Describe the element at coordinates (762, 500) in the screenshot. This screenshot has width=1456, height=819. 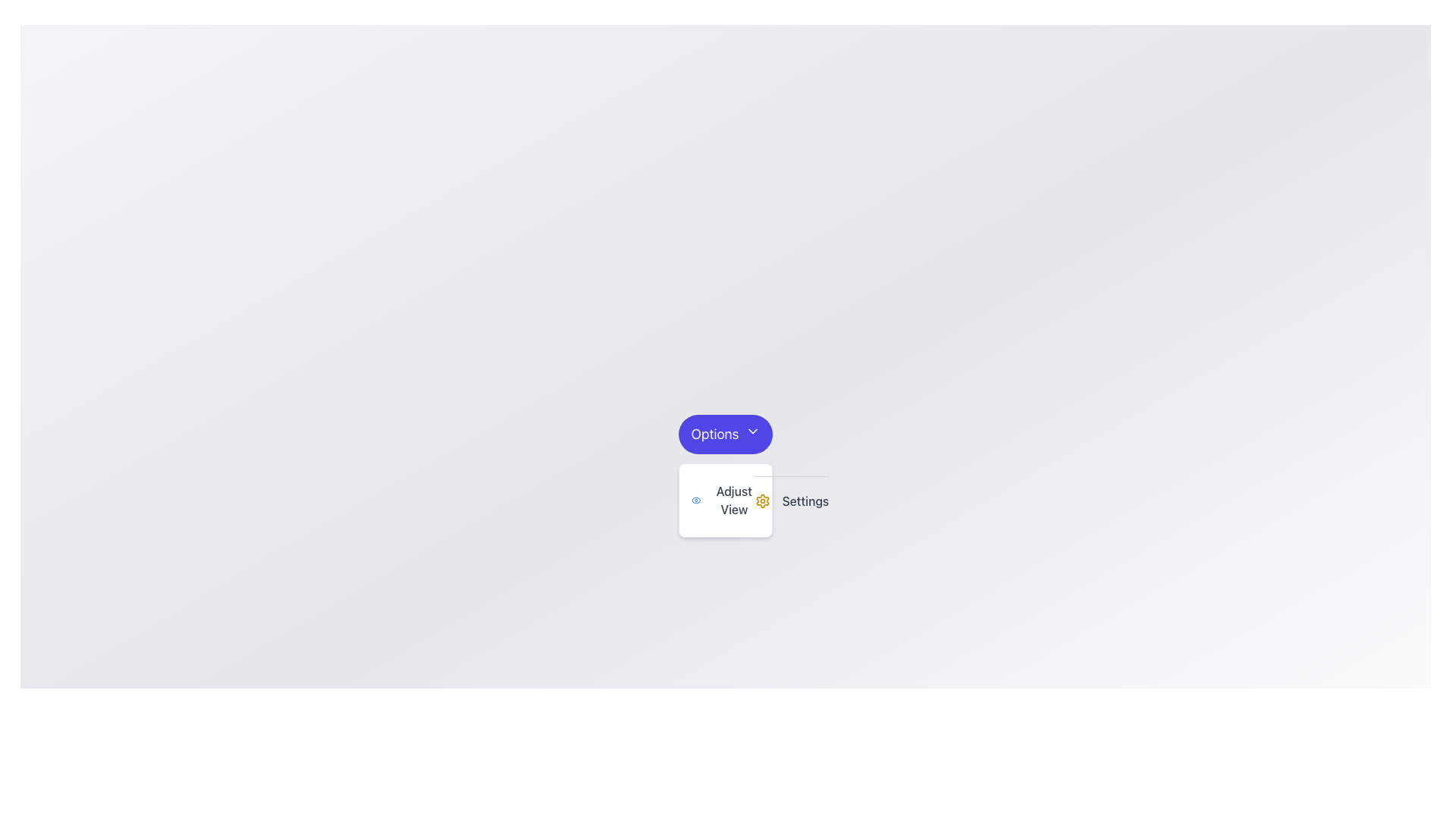
I see `the gear-shaped icon styled in yellow, which is positioned just left of the 'Settings' text label within a context menu` at that location.